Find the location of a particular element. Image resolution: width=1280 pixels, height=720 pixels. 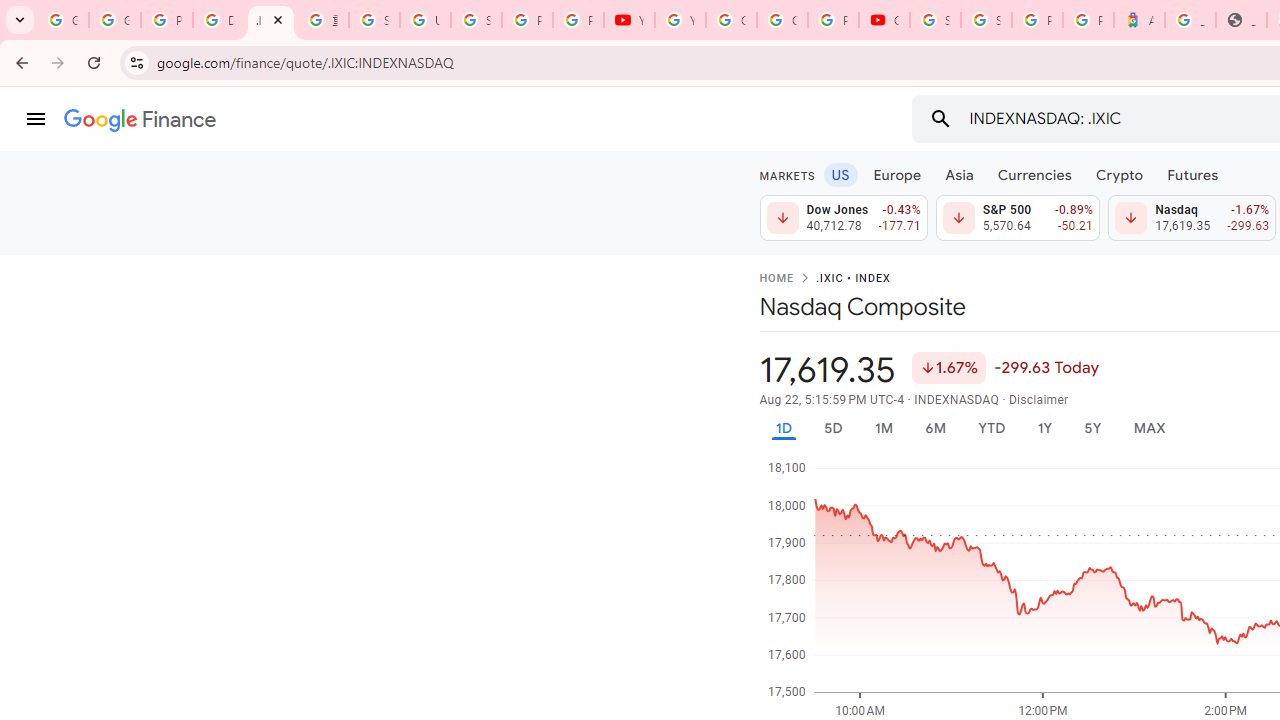

'1M' is located at coordinates (882, 427).